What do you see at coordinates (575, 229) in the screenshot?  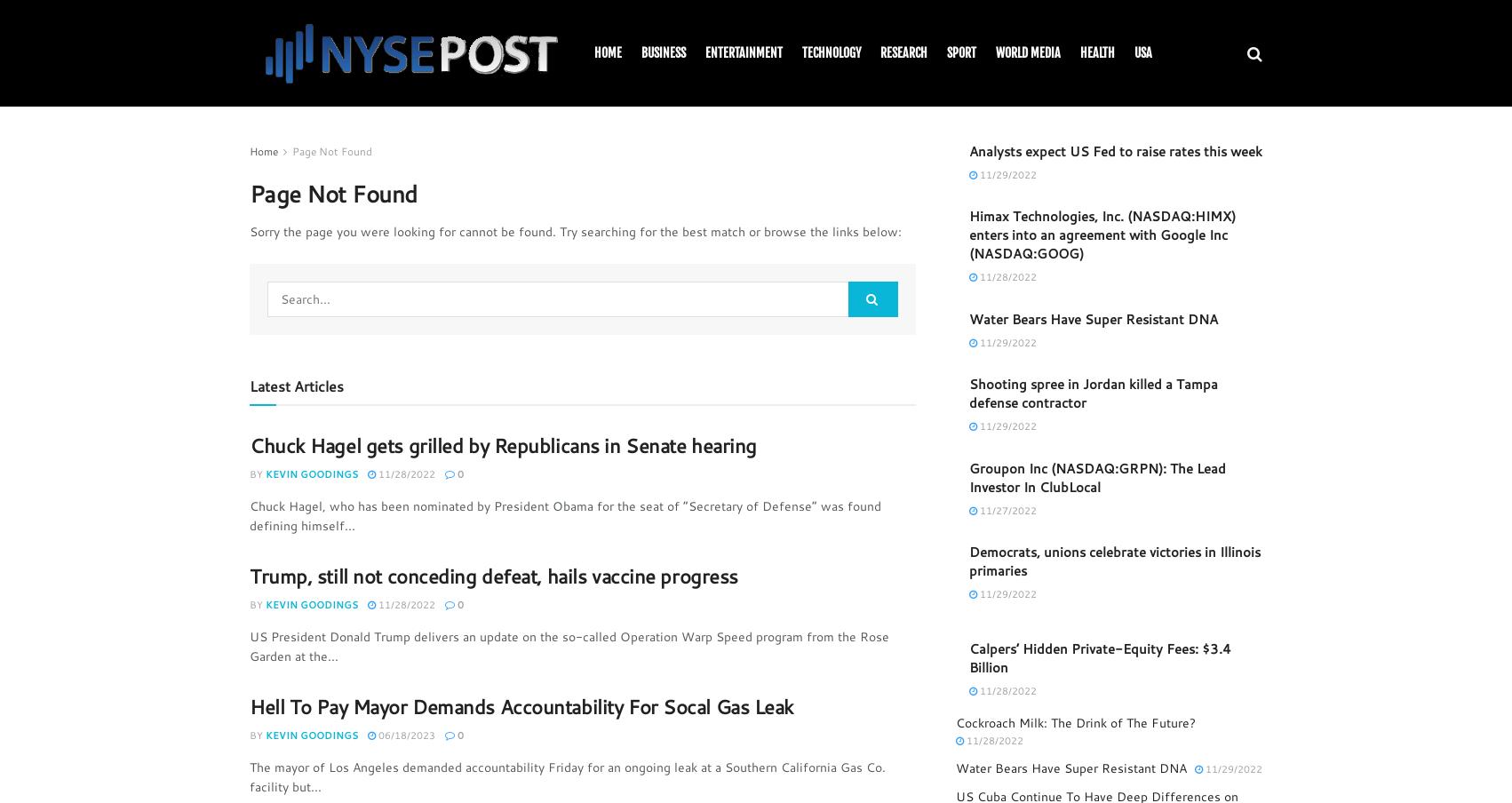 I see `'Sorry the page you were looking for cannot be found. Try searching for the best match or browse the links below:'` at bounding box center [575, 229].